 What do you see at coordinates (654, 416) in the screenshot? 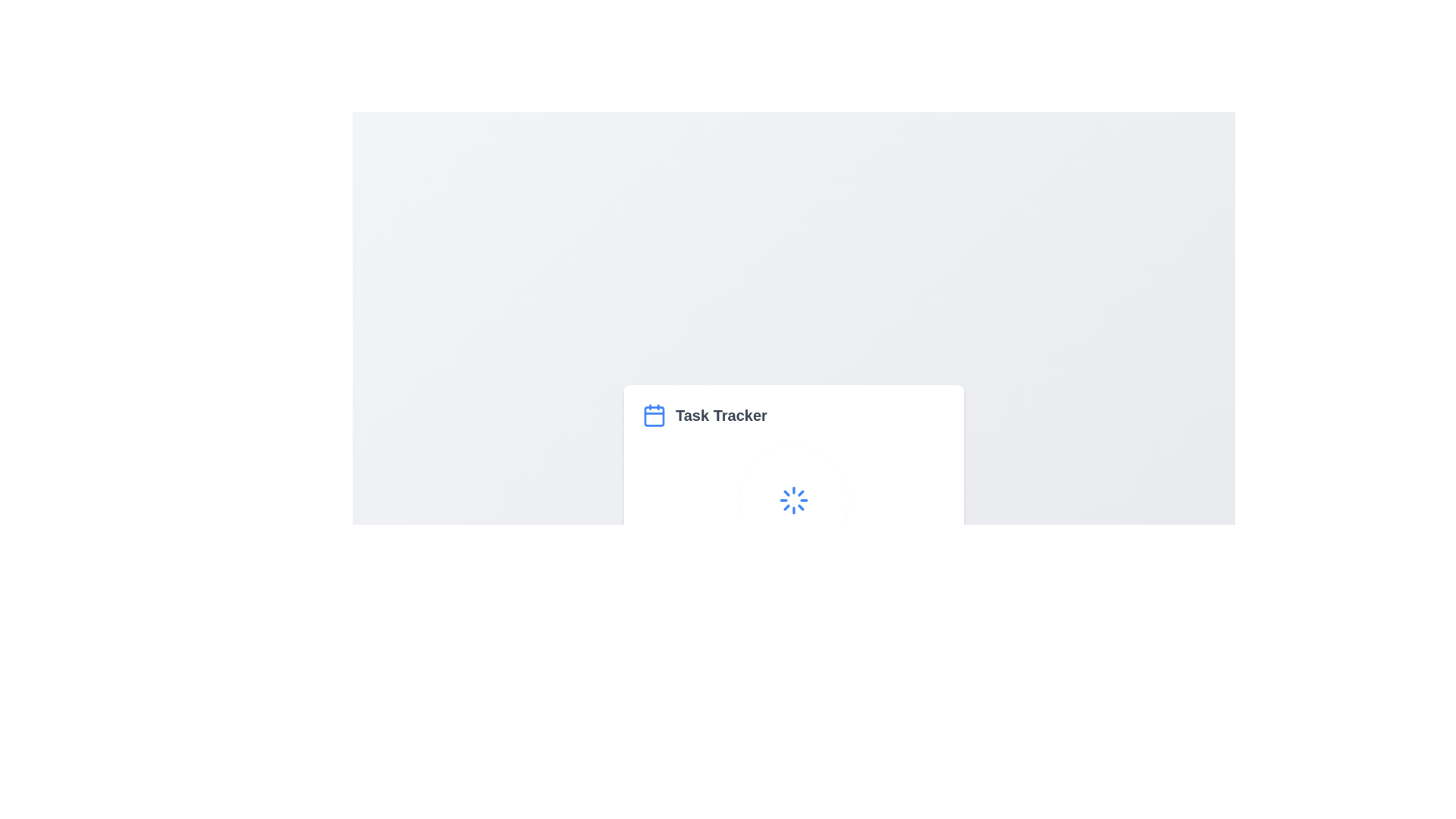
I see `the main body area of the calendar icon by moving the cursor to its center point` at bounding box center [654, 416].